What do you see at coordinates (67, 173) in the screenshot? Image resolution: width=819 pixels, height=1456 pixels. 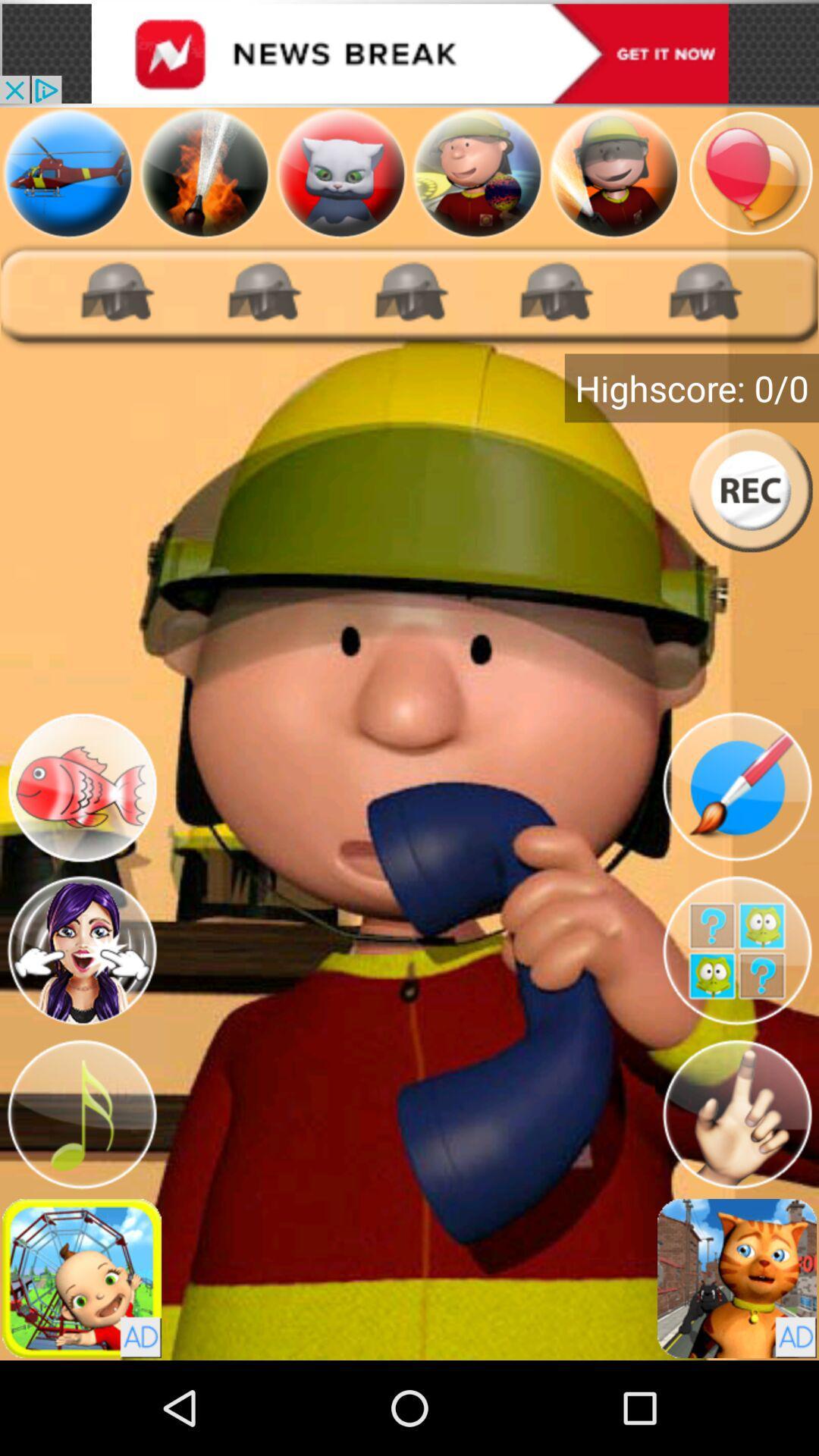 I see `with helicopter` at bounding box center [67, 173].